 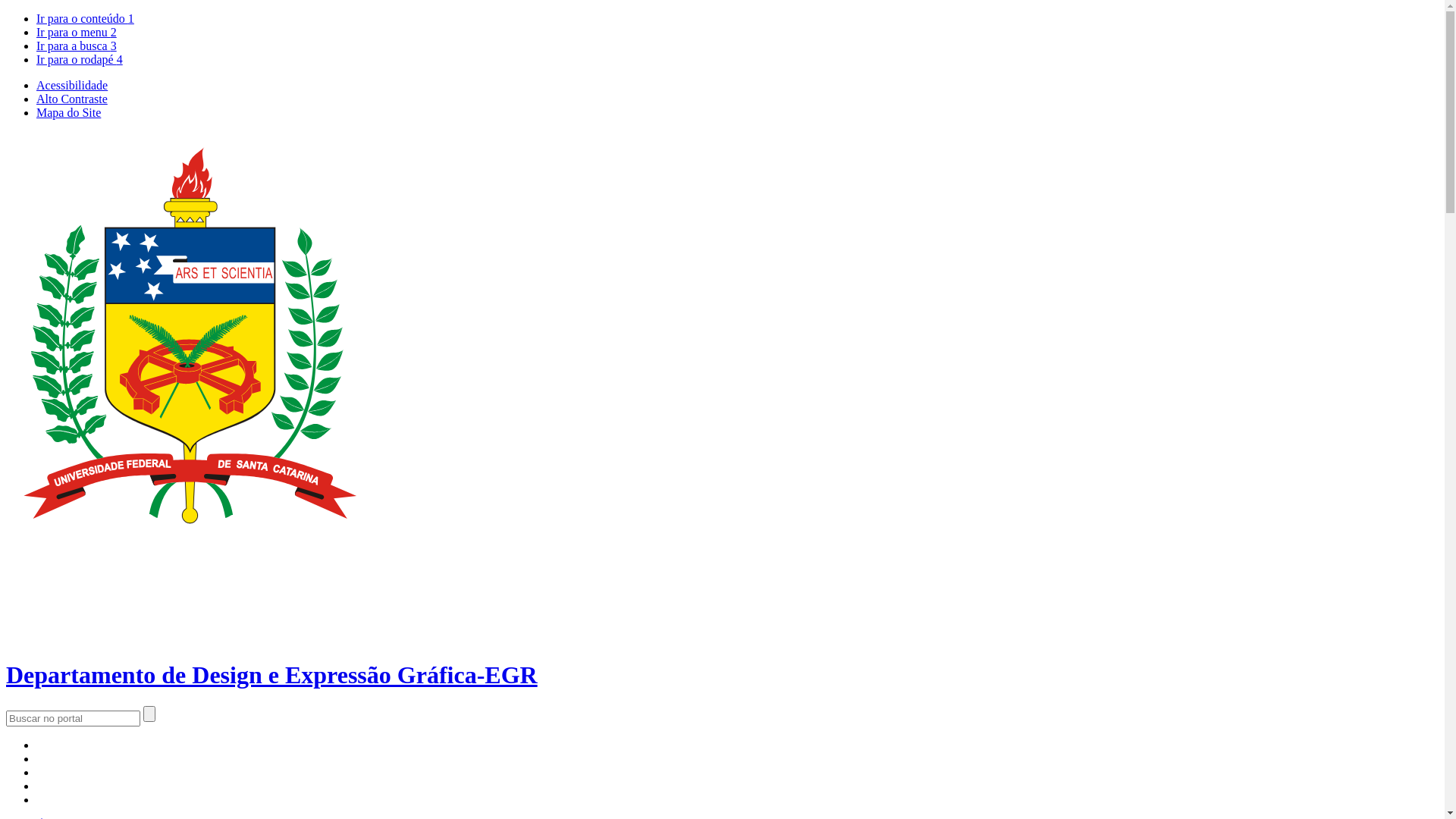 What do you see at coordinates (71, 85) in the screenshot?
I see `'Acessibilidade'` at bounding box center [71, 85].